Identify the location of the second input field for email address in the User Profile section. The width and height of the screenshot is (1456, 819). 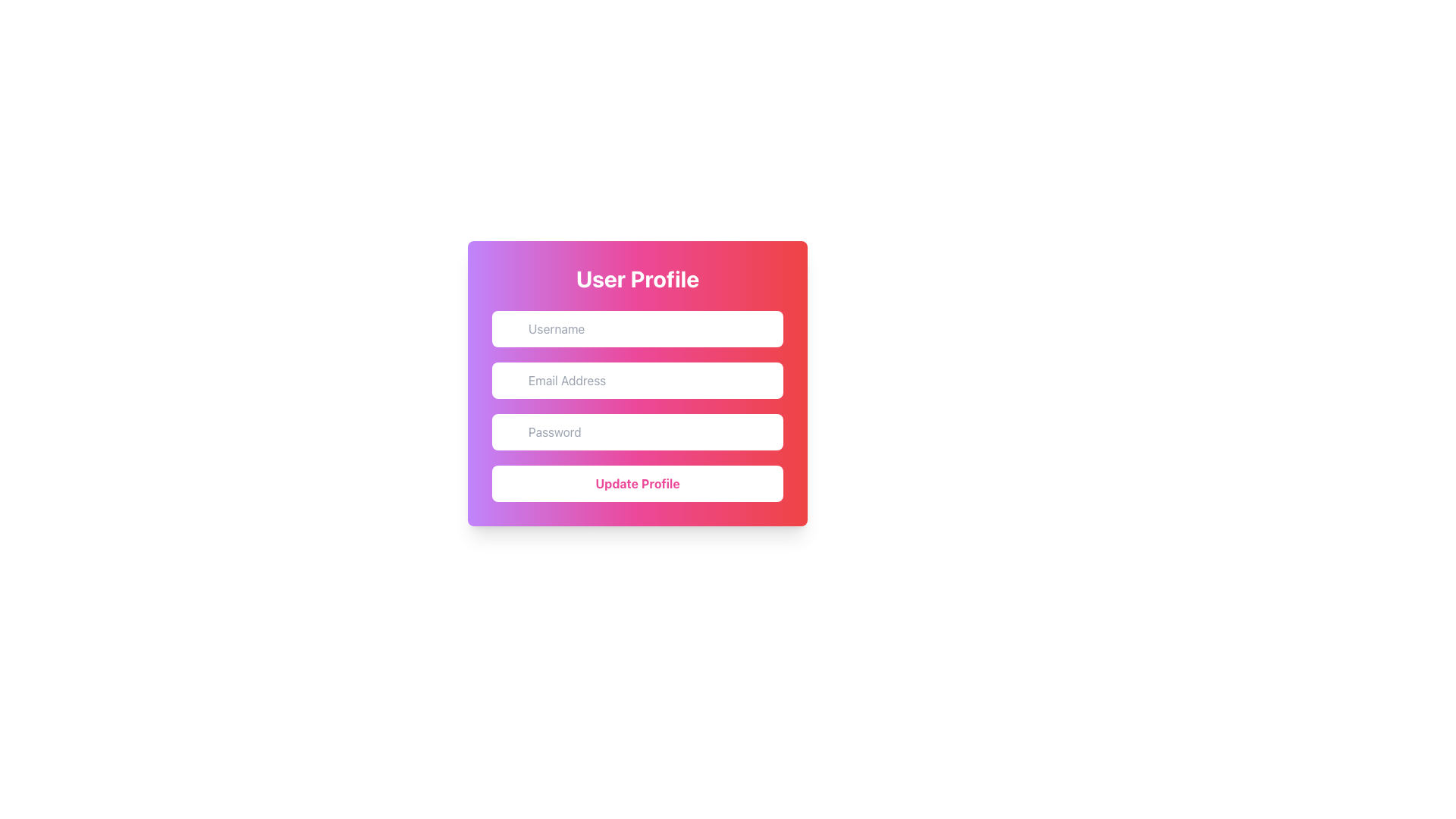
(637, 382).